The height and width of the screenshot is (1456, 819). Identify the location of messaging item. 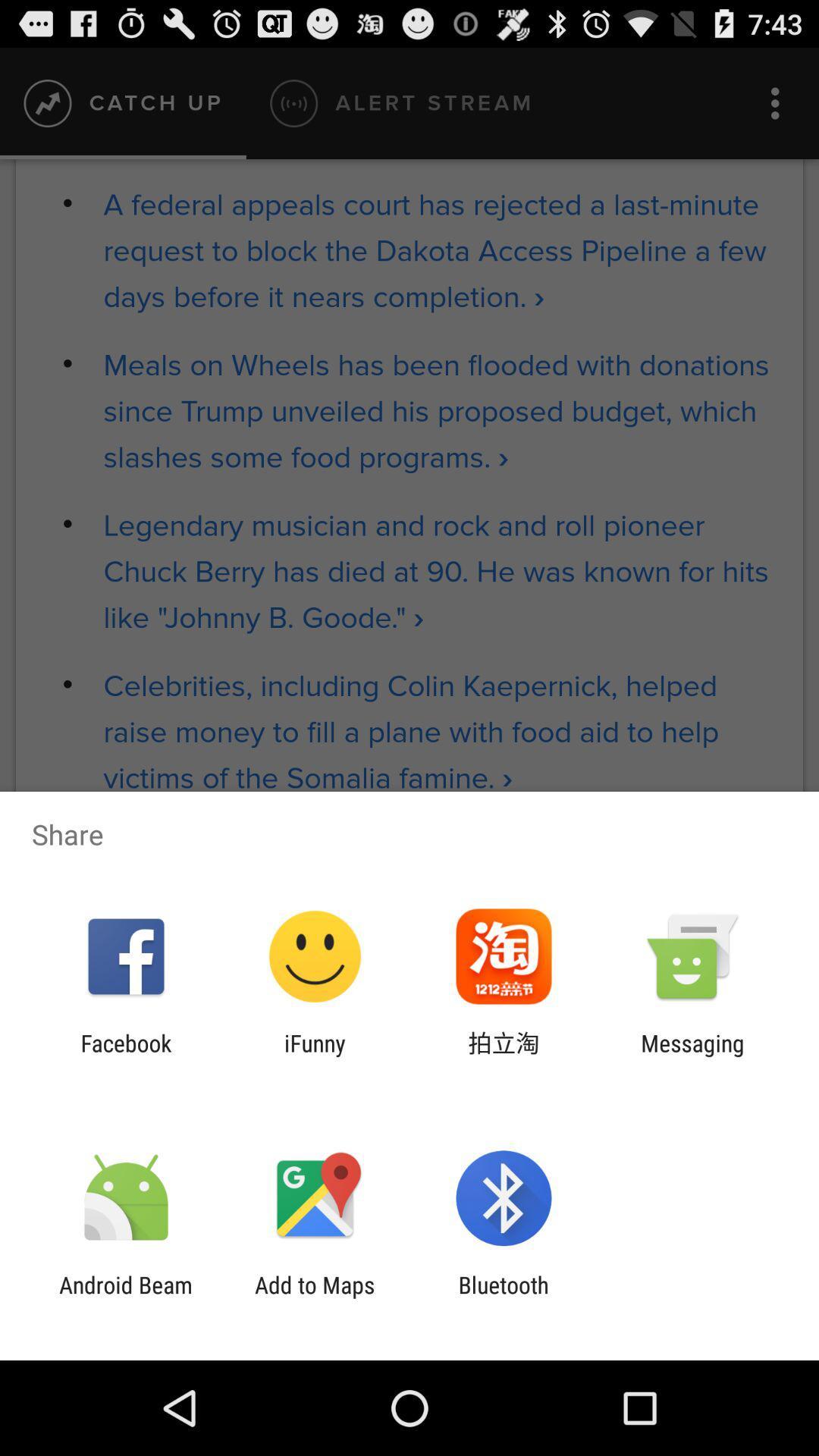
(692, 1056).